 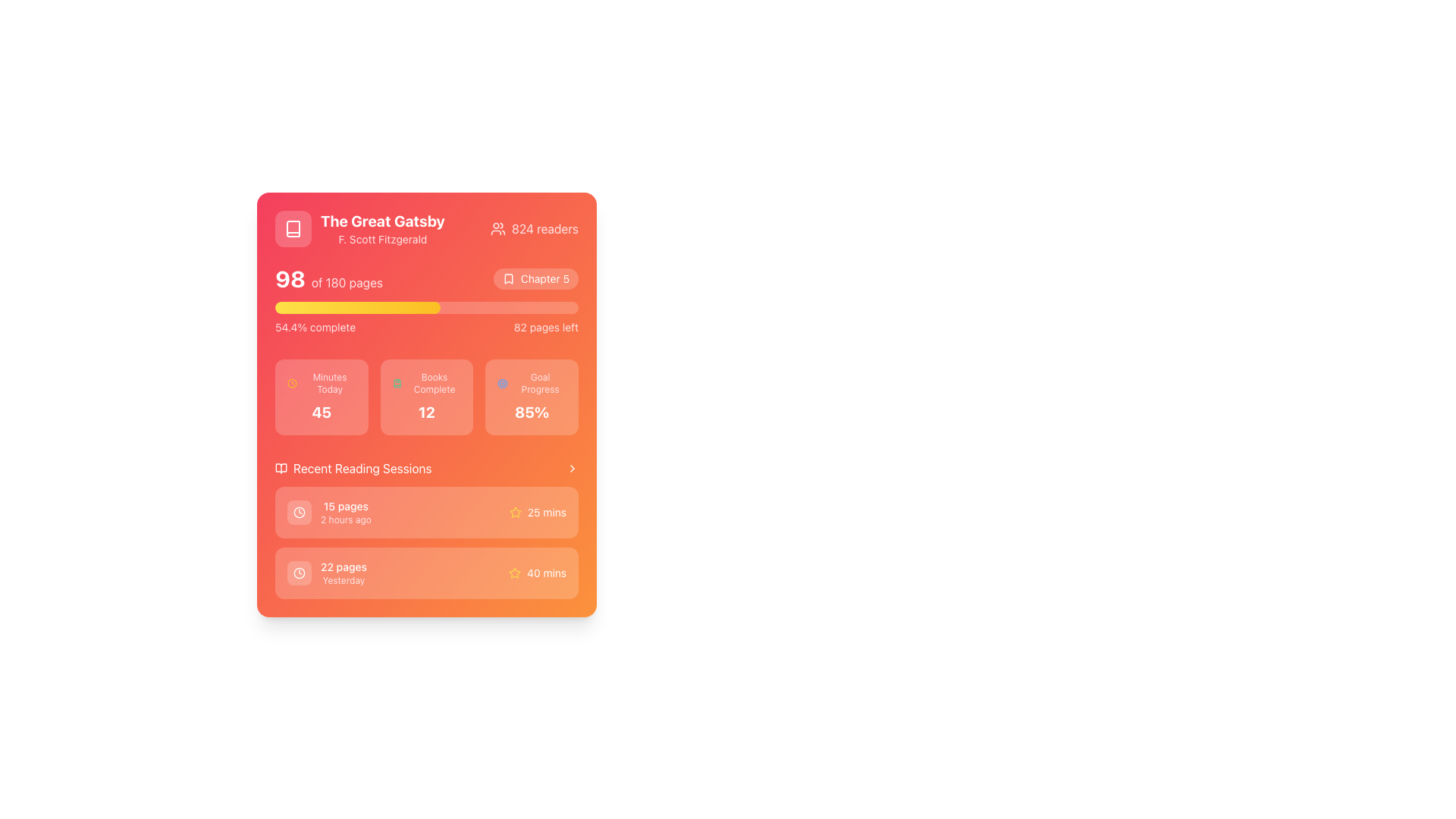 I want to click on the informational panel that provides an overview of the book, including its title, author, and the number of readers, so click(x=425, y=228).